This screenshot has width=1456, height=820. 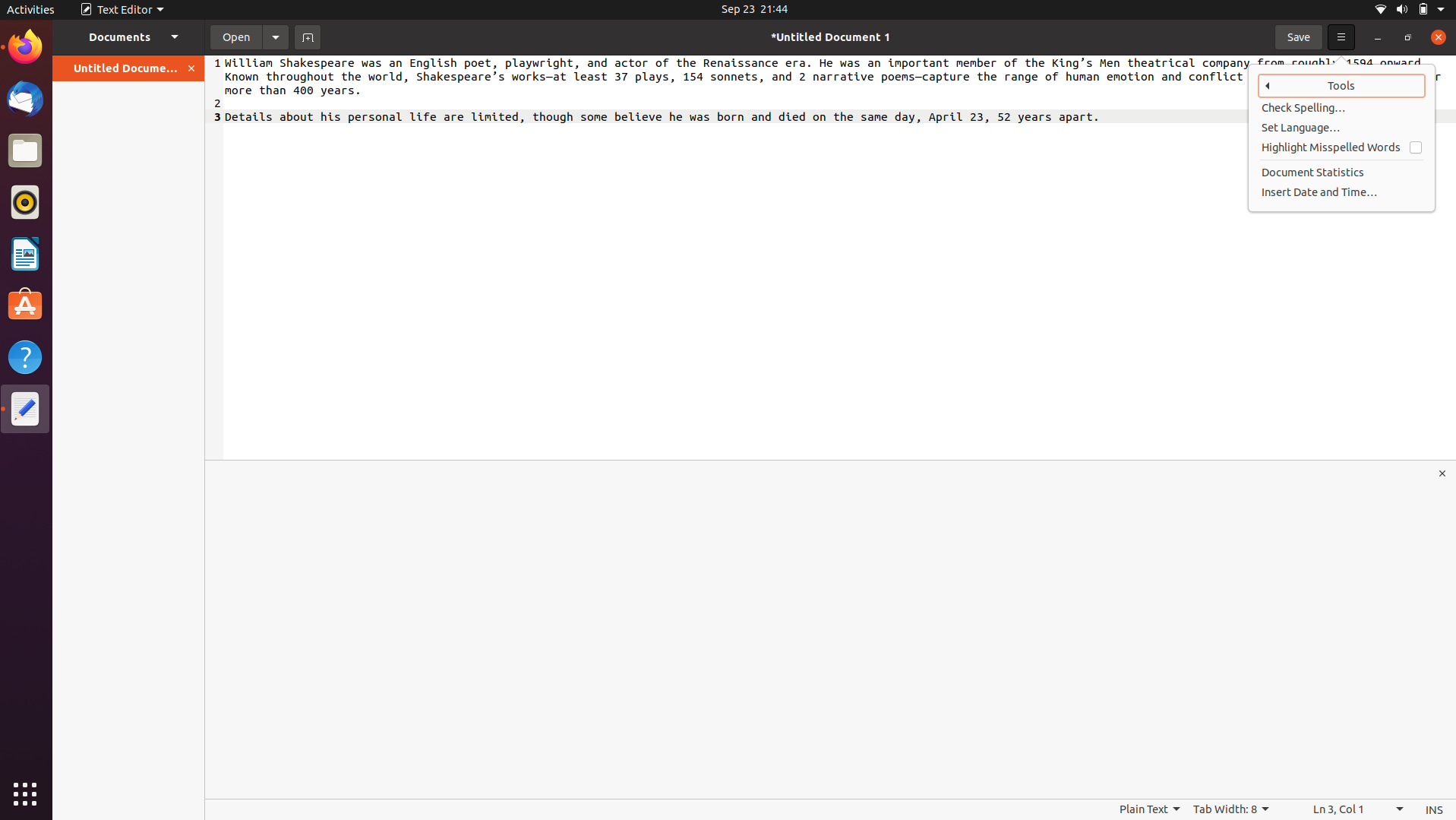 I want to click on Load the document time.docx, so click(x=233, y=36).